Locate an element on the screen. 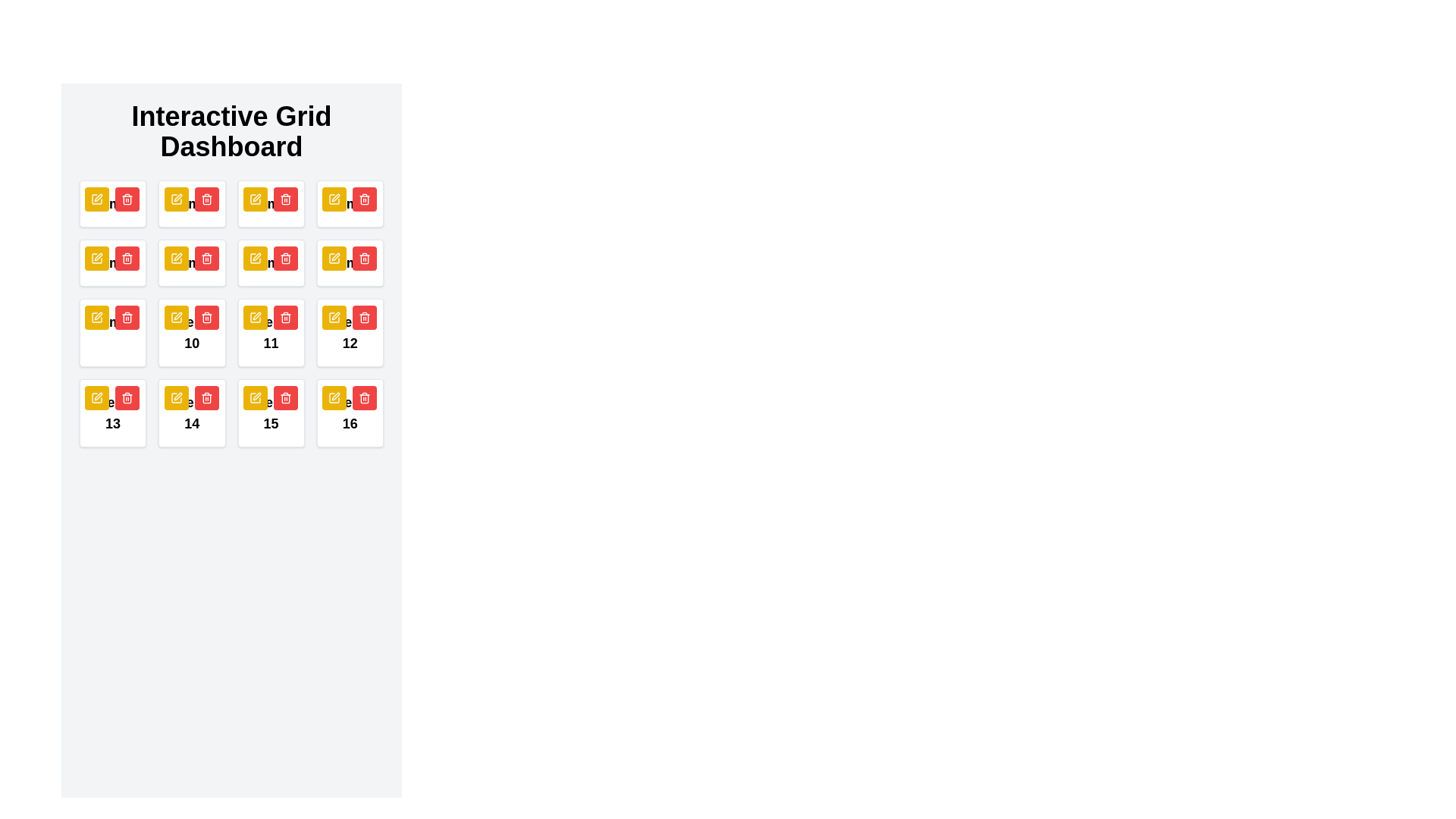 The image size is (1456, 819). the 'Delete' button represented by a trash can icon, which is the second button in the grid layout, located adjacent to a yellow pencil button is located at coordinates (285, 397).